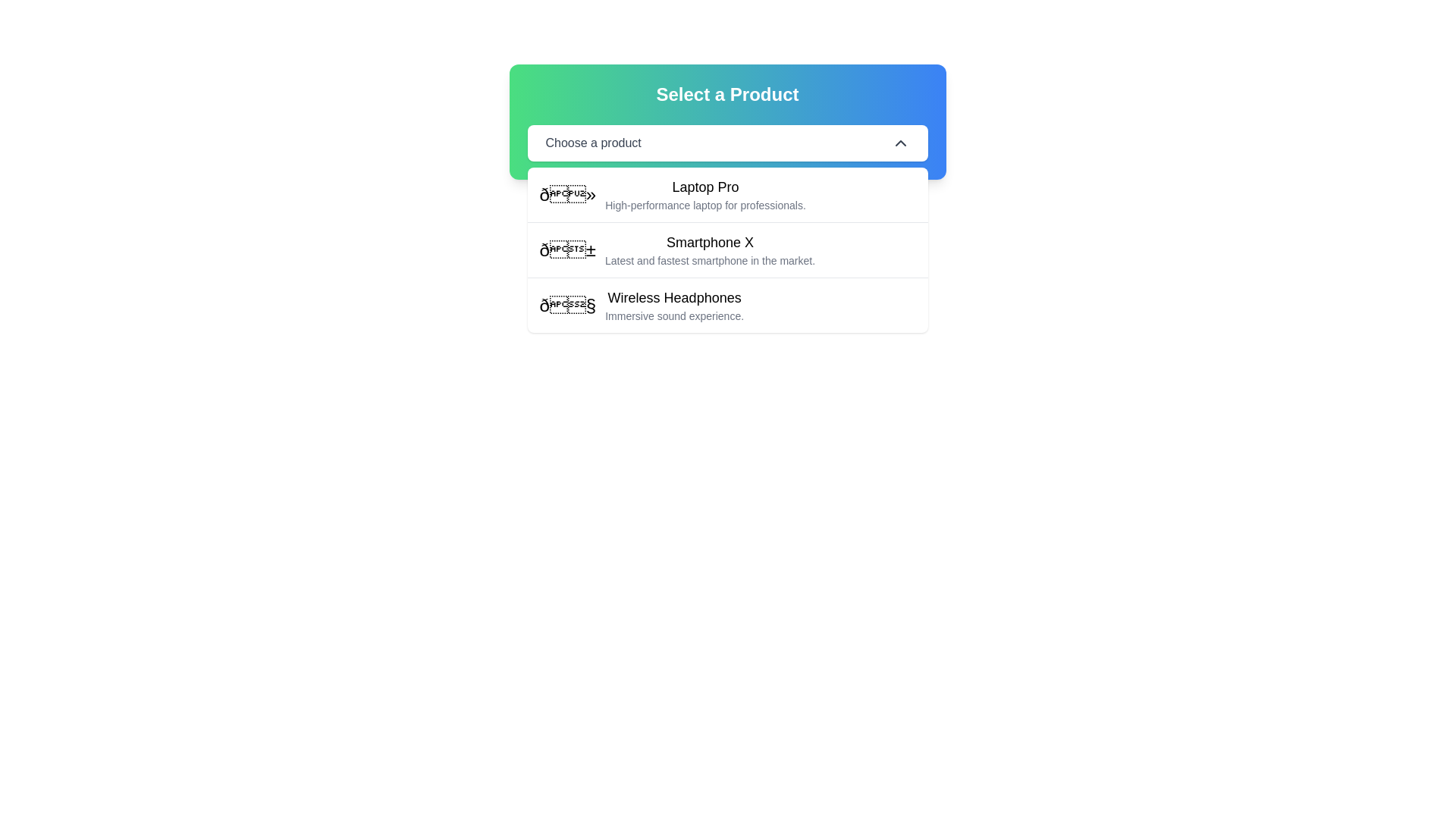 Image resolution: width=1456 pixels, height=819 pixels. Describe the element at coordinates (673, 298) in the screenshot. I see `the 'Wireless Headphones' text label element, which is the third selectable option in the dropdown menu under 'Choose a product'` at that location.